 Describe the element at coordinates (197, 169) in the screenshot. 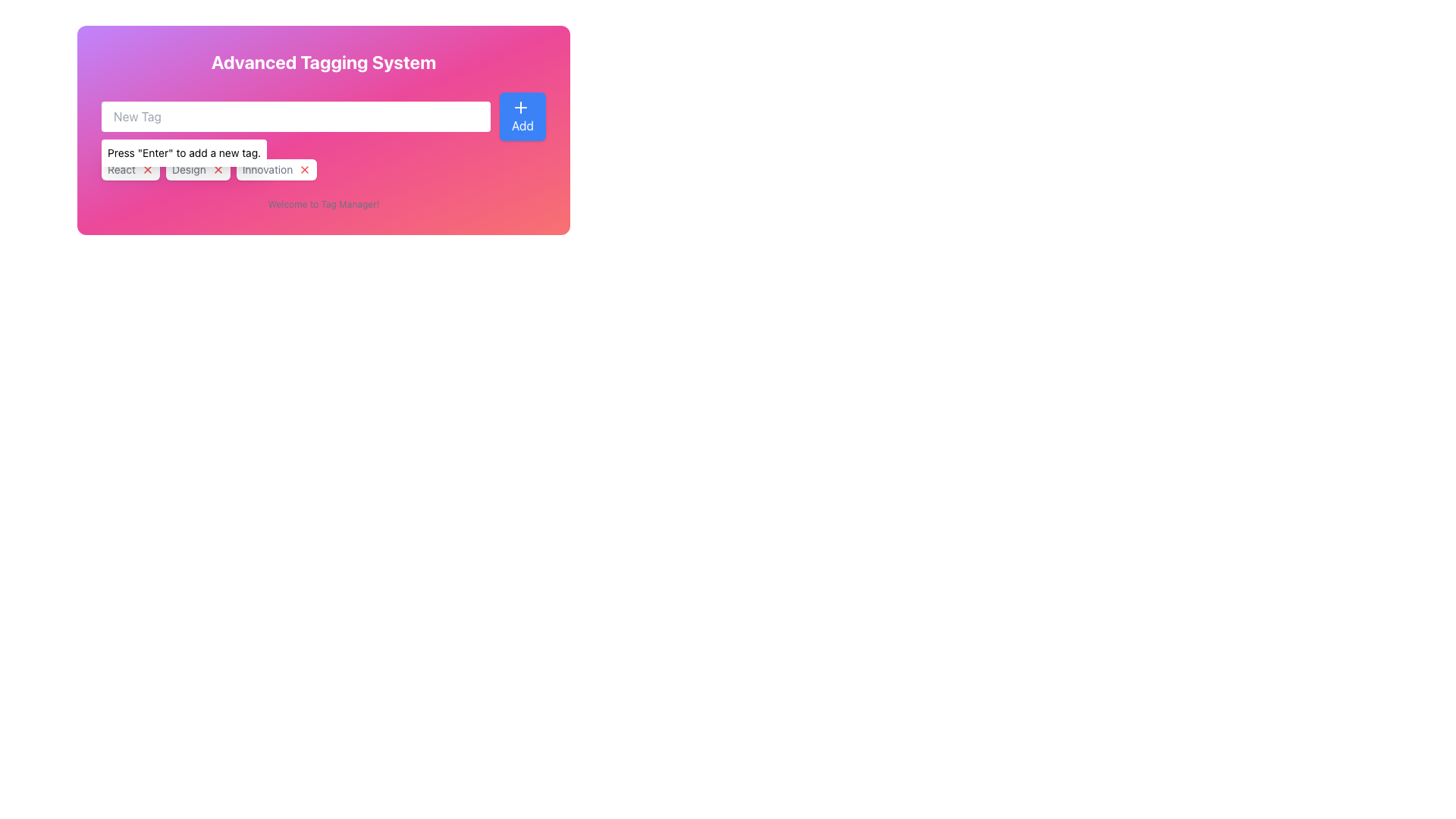

I see `the tag displaying the text 'Design' which is the second in a horizontal row of three tags` at that location.